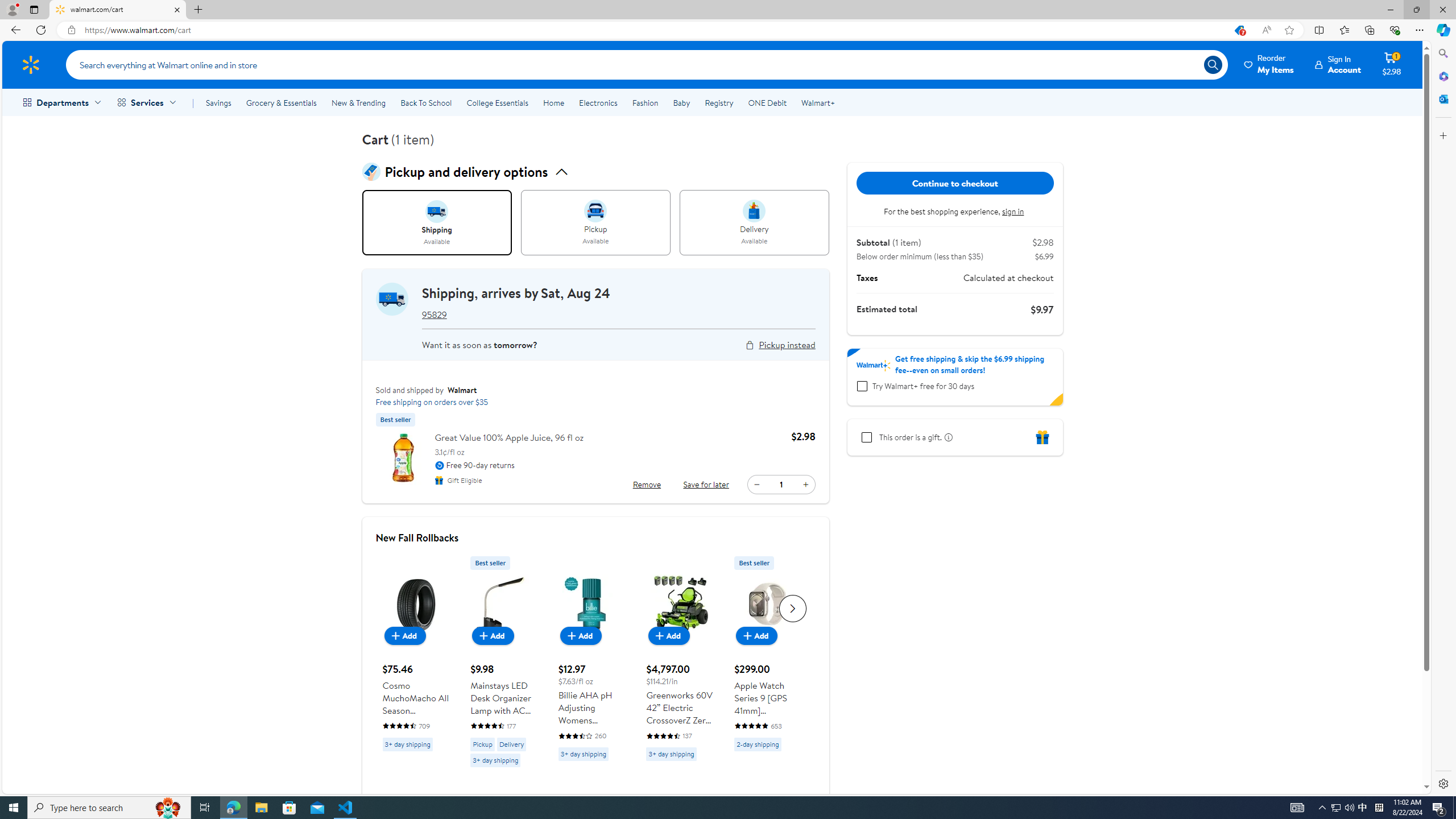 The image size is (1456, 819). I want to click on 'Grocery & Essentials', so click(280, 102).